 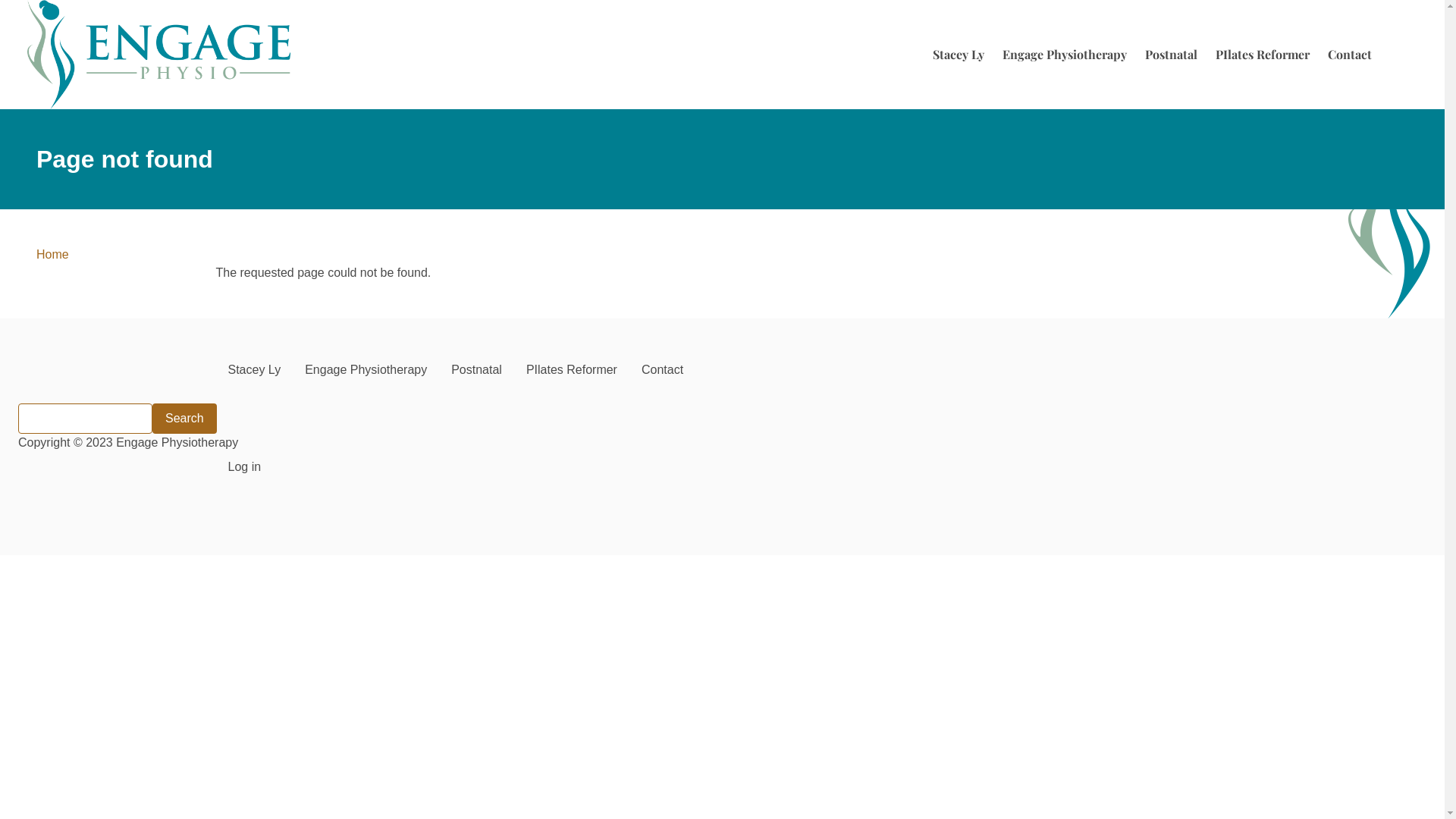 What do you see at coordinates (513, 370) in the screenshot?
I see `'PIlates Reformer'` at bounding box center [513, 370].